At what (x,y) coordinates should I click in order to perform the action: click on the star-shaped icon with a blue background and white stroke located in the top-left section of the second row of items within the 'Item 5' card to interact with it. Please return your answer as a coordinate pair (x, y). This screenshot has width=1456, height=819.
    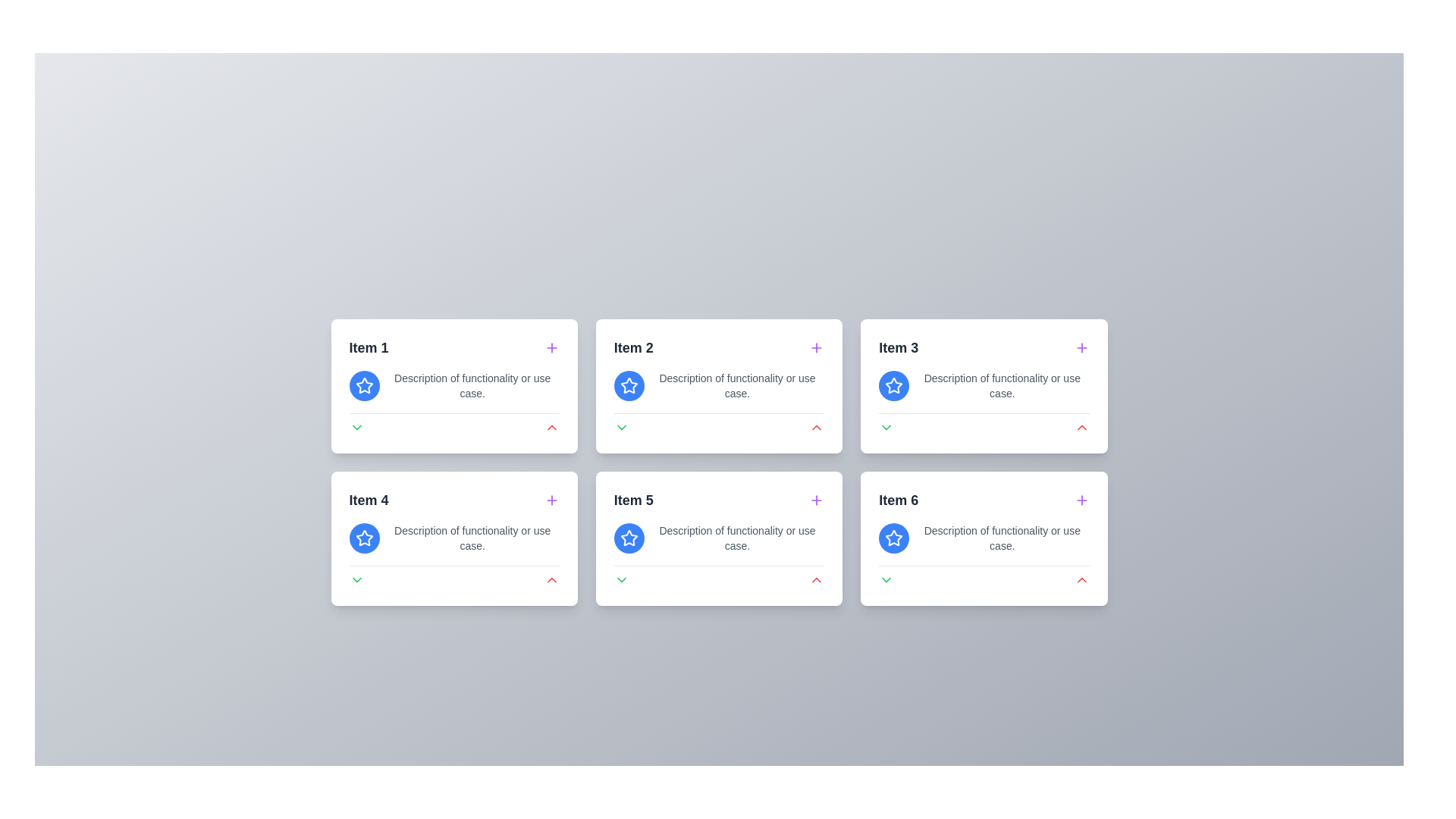
    Looking at the image, I should click on (629, 537).